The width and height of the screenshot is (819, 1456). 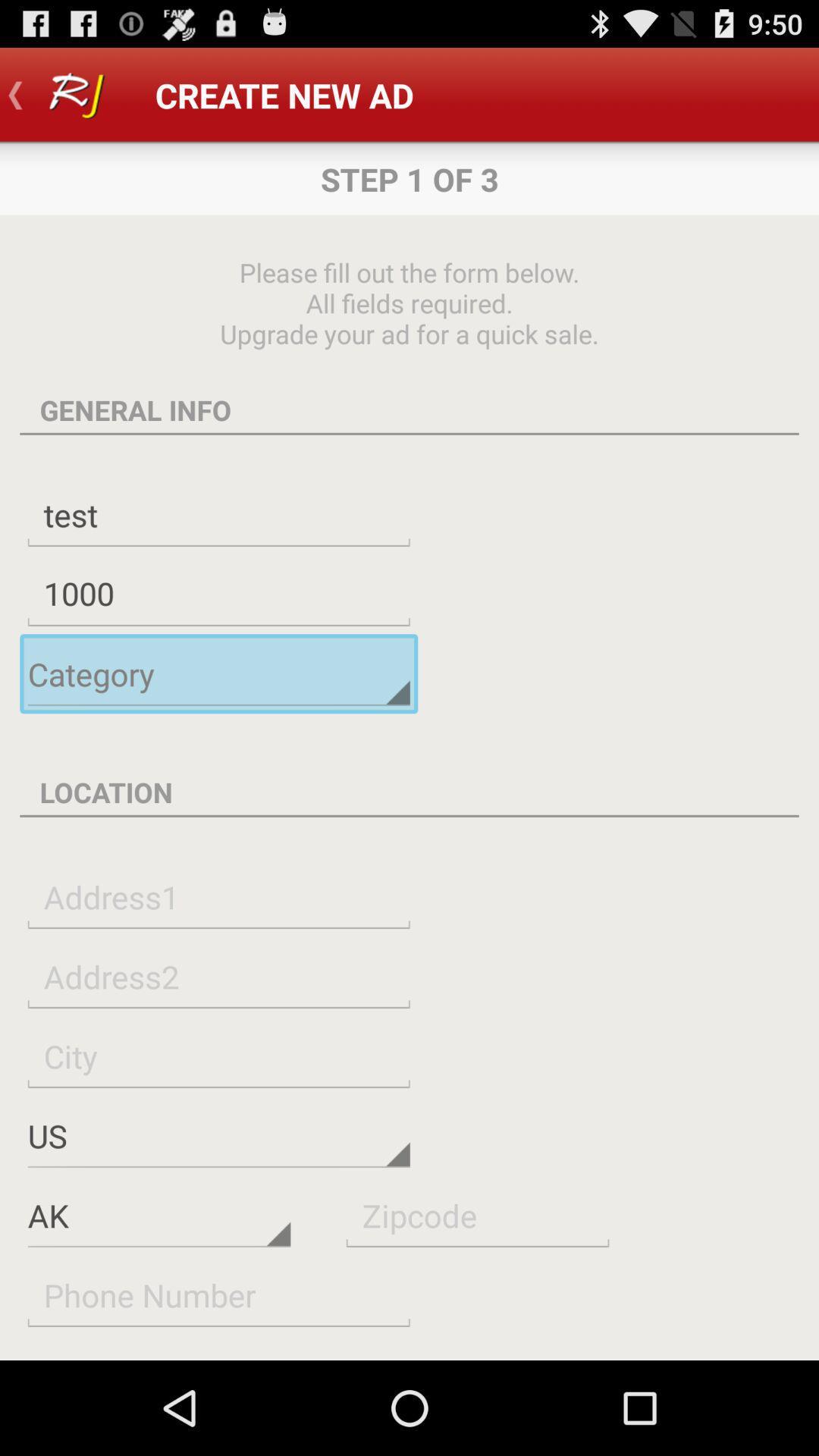 I want to click on type address, so click(x=218, y=896).